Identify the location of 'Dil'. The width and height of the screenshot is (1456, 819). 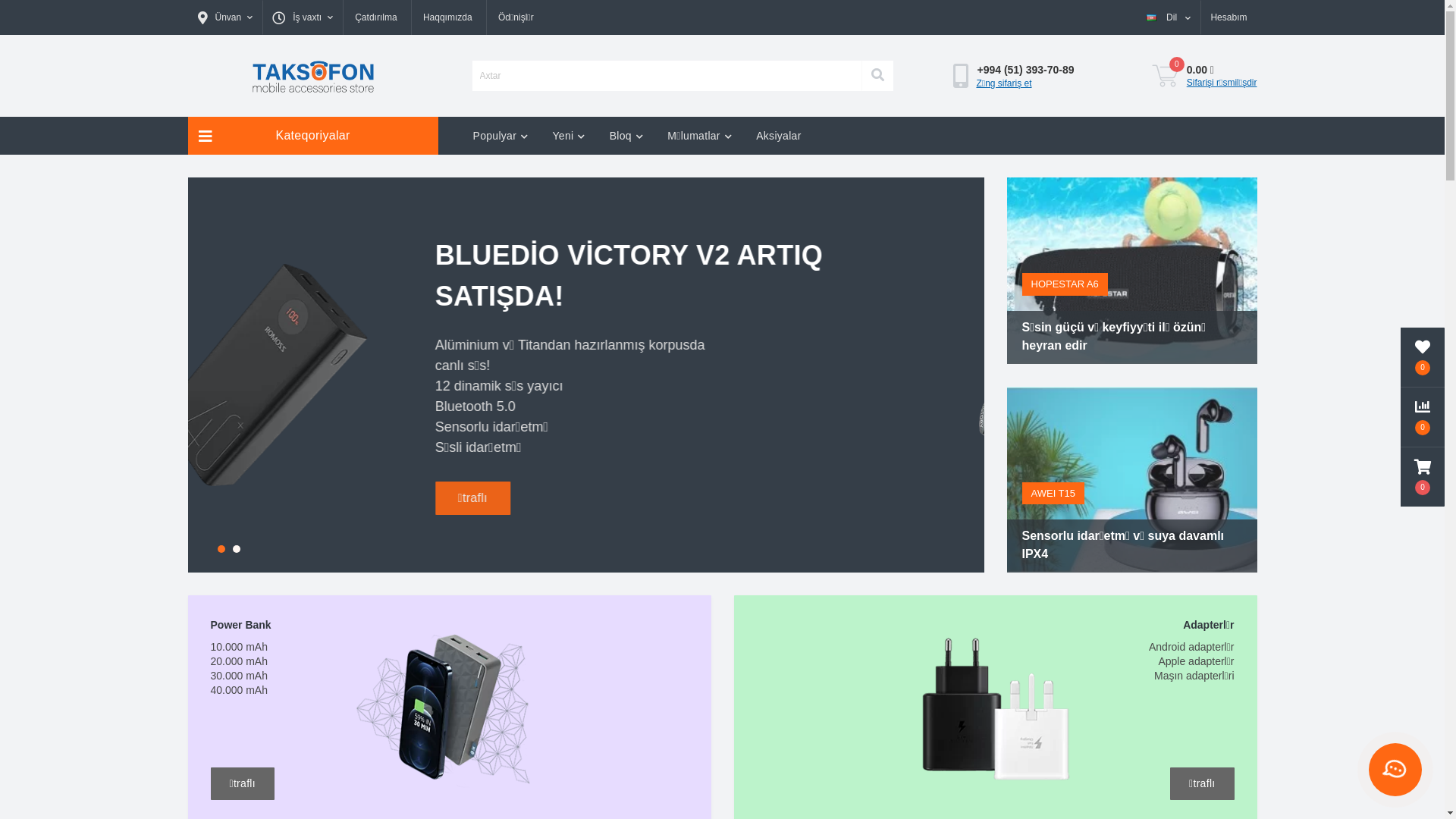
(1168, 17).